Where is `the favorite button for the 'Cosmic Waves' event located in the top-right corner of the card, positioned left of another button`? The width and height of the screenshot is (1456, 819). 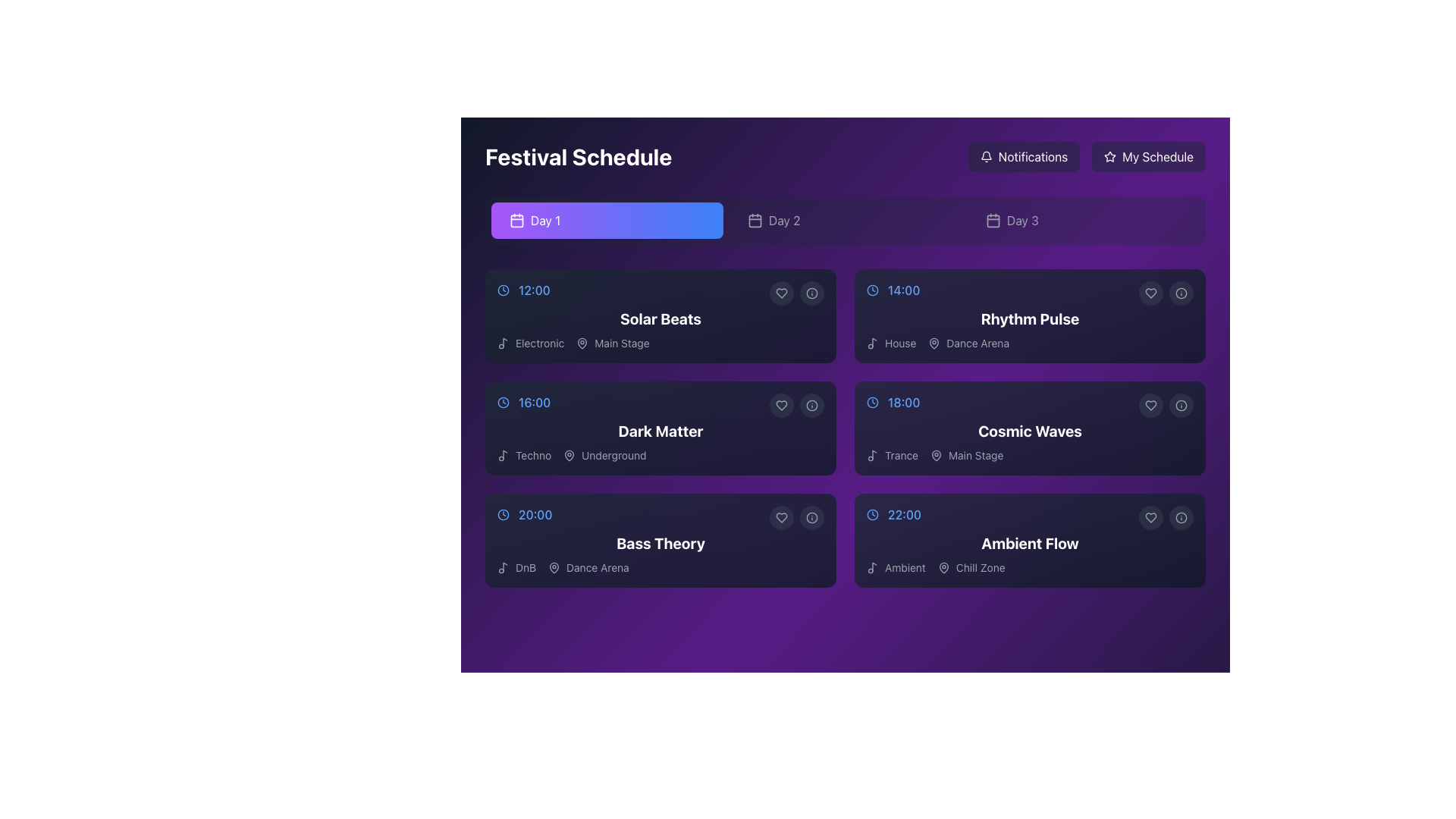 the favorite button for the 'Cosmic Waves' event located in the top-right corner of the card, positioned left of another button is located at coordinates (1150, 405).